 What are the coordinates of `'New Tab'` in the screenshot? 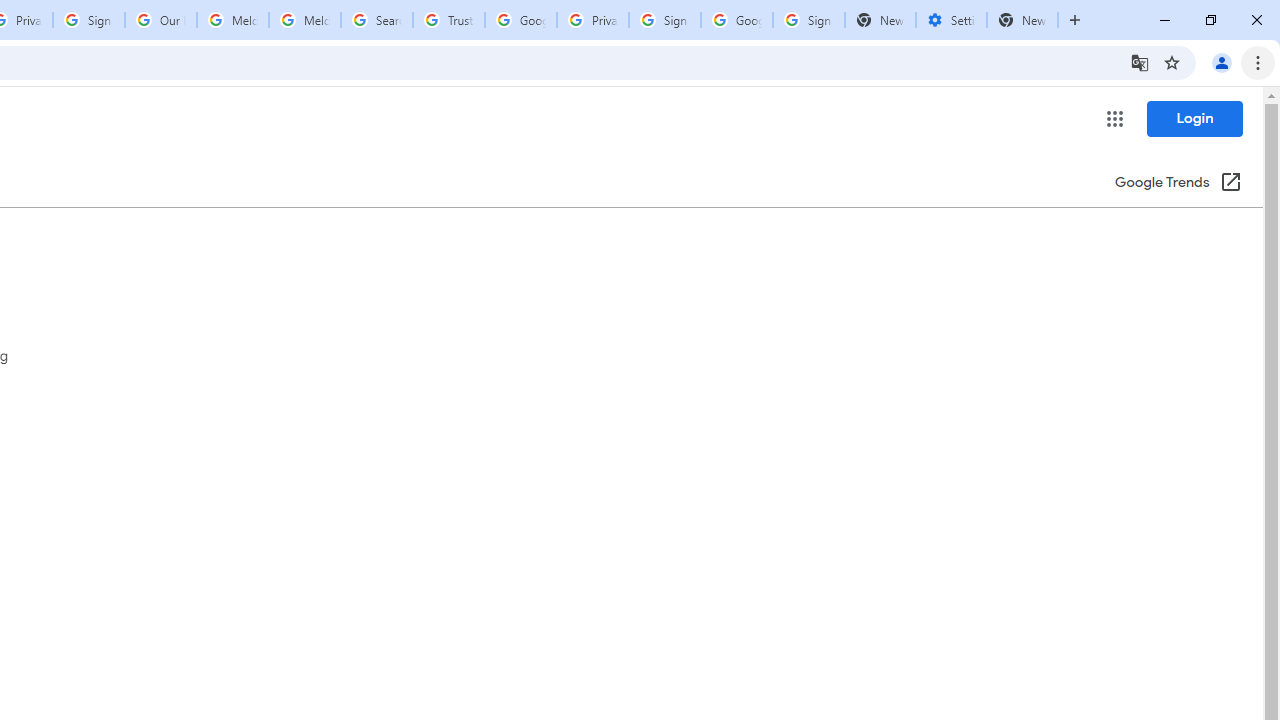 It's located at (1022, 20).